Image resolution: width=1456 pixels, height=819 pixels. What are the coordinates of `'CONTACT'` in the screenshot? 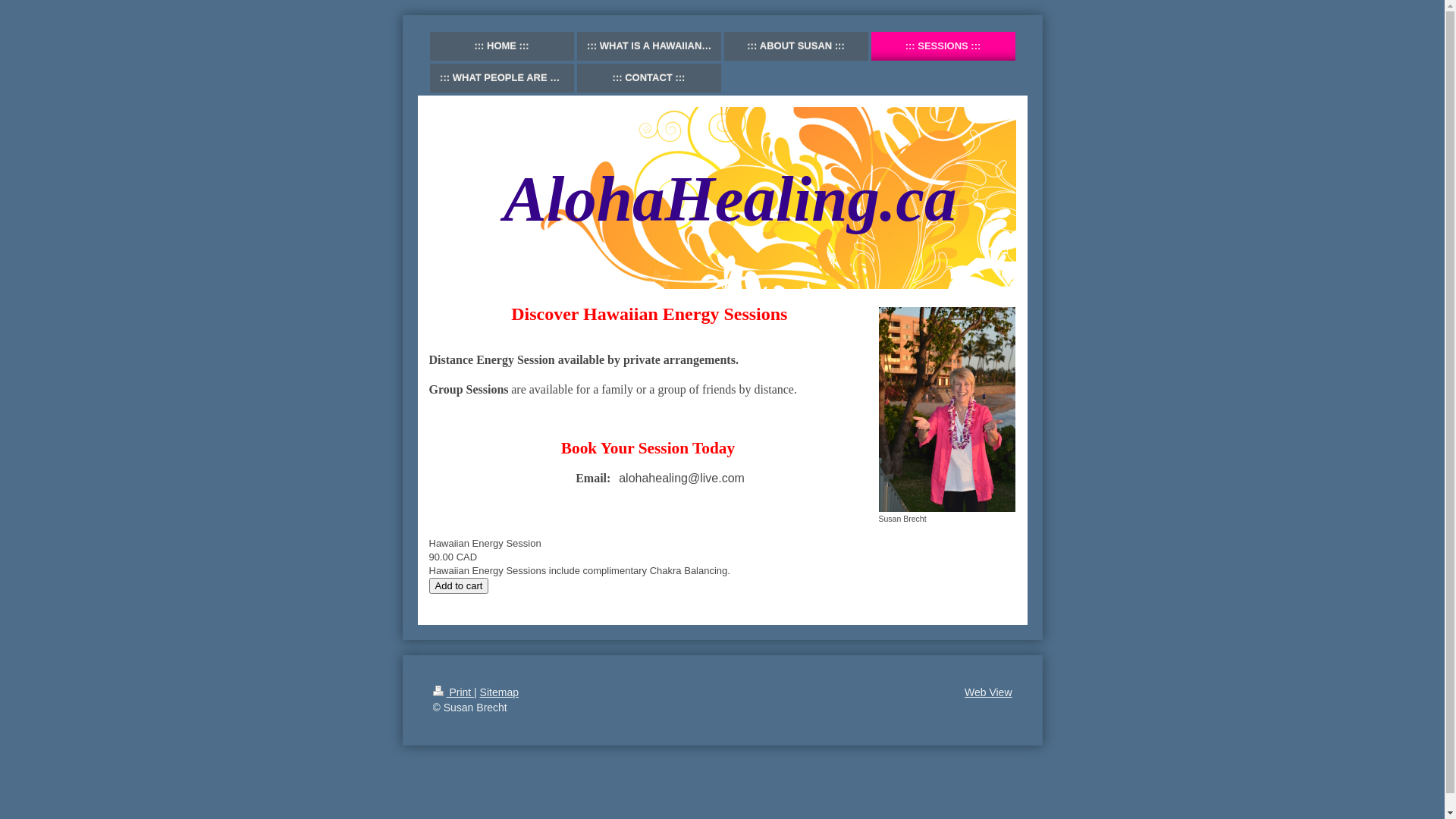 It's located at (648, 78).